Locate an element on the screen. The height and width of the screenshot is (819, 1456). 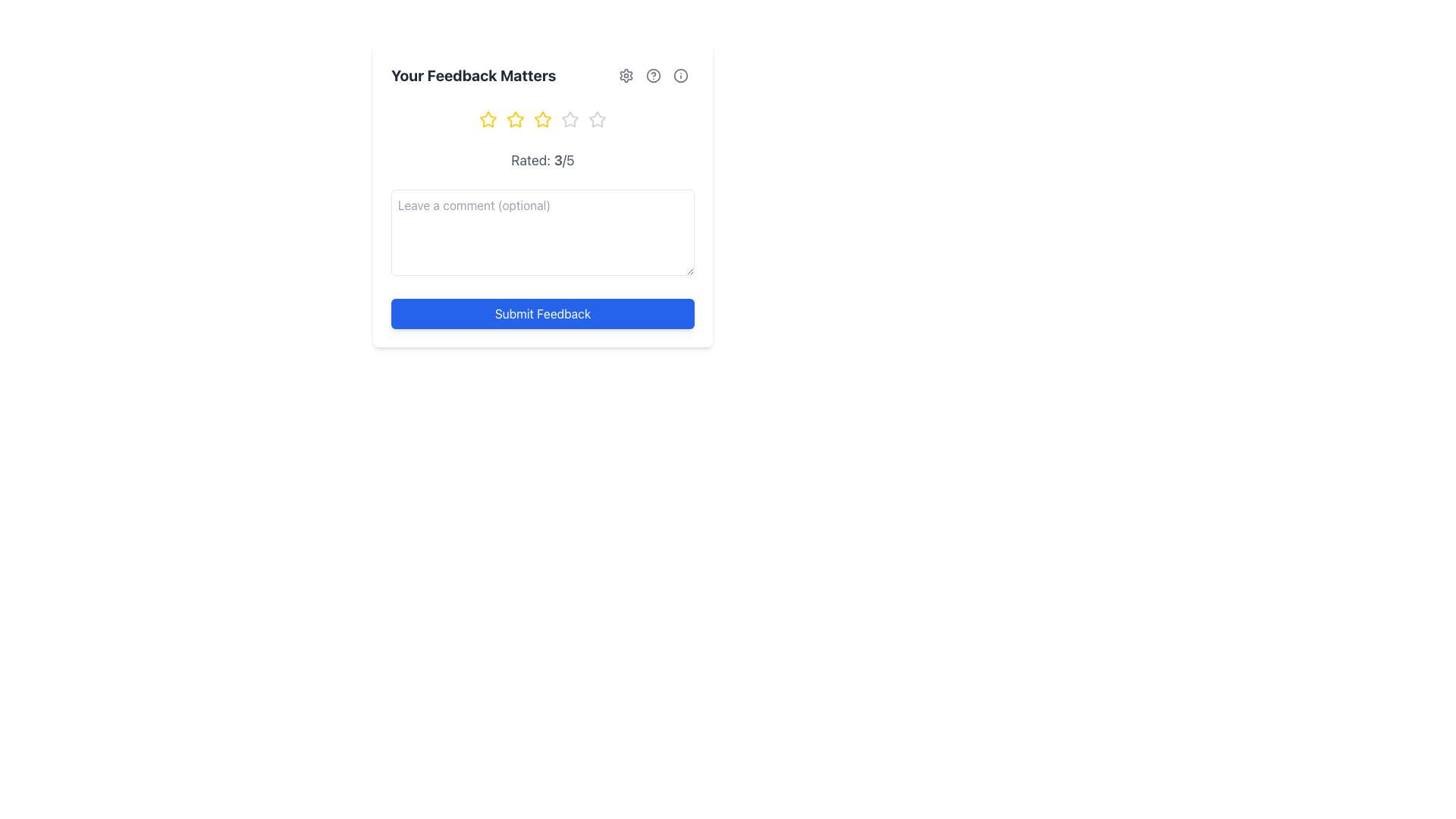
text from the prominent heading label that says 'Your Feedback Matters', which is styled with bold font and dark gray color is located at coordinates (472, 76).